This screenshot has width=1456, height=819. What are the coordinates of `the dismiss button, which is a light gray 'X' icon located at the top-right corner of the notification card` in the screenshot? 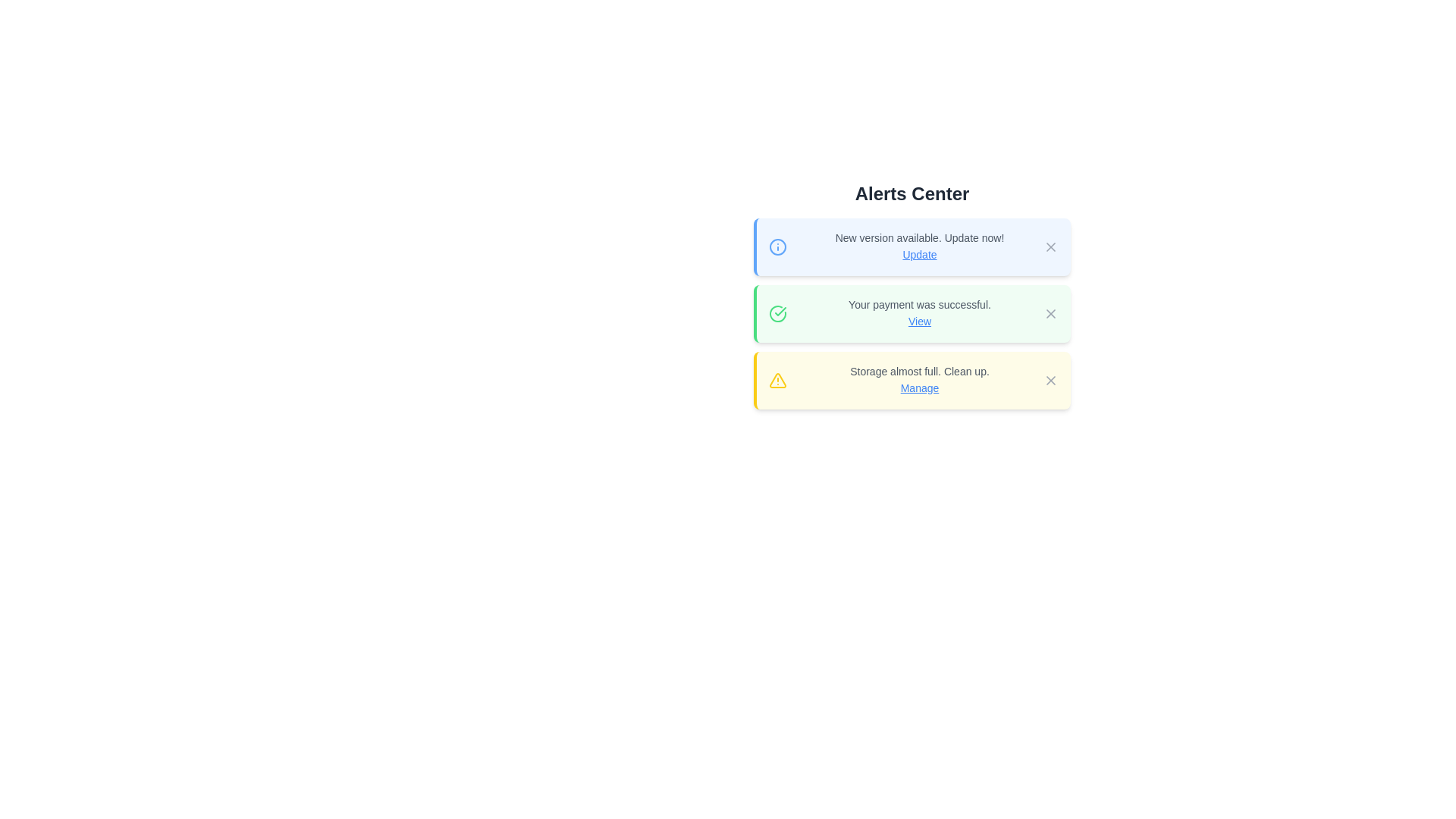 It's located at (1050, 246).